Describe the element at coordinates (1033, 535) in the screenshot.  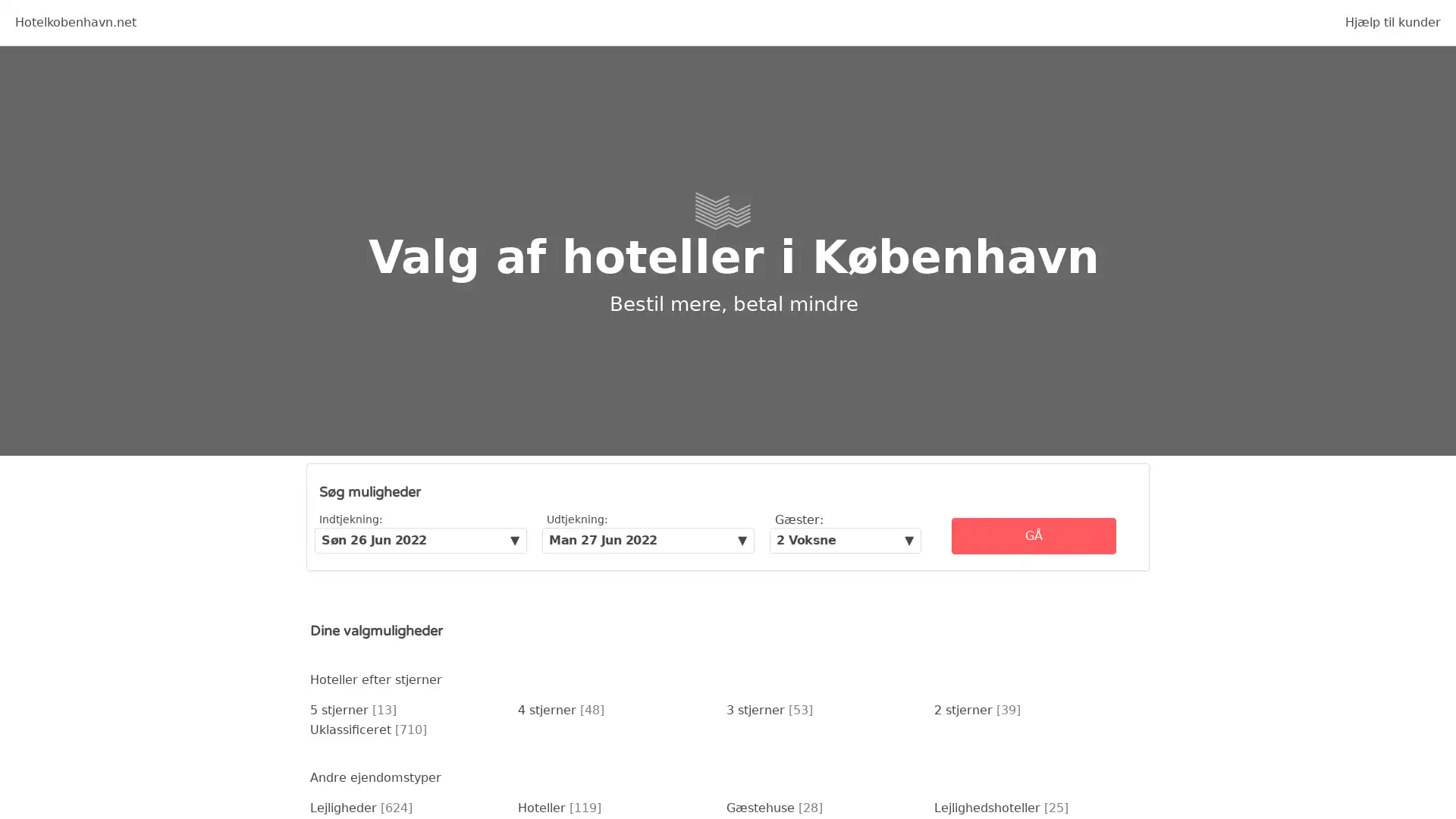
I see `GA` at that location.